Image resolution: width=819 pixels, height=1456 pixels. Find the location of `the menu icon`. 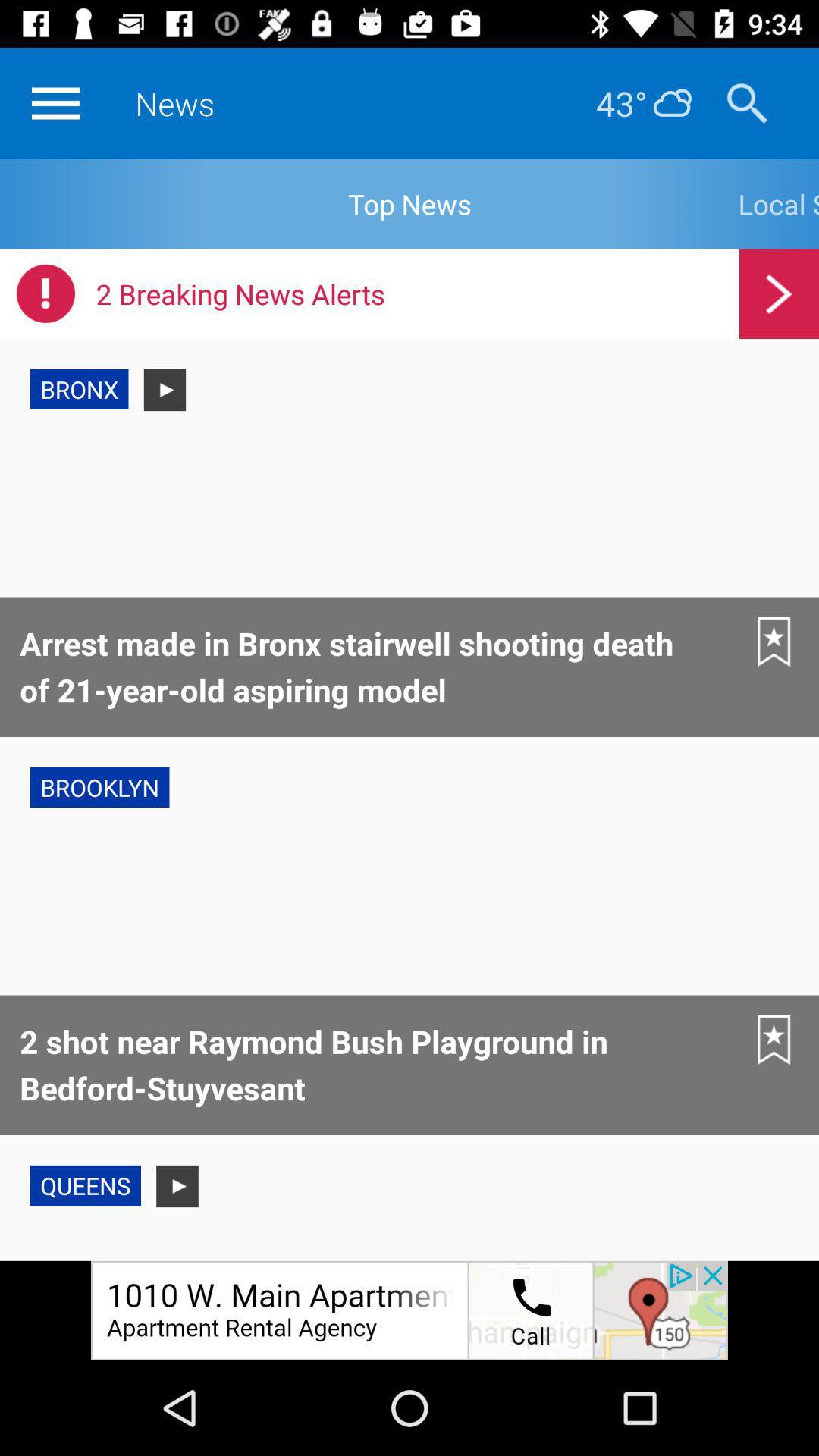

the menu icon is located at coordinates (55, 102).